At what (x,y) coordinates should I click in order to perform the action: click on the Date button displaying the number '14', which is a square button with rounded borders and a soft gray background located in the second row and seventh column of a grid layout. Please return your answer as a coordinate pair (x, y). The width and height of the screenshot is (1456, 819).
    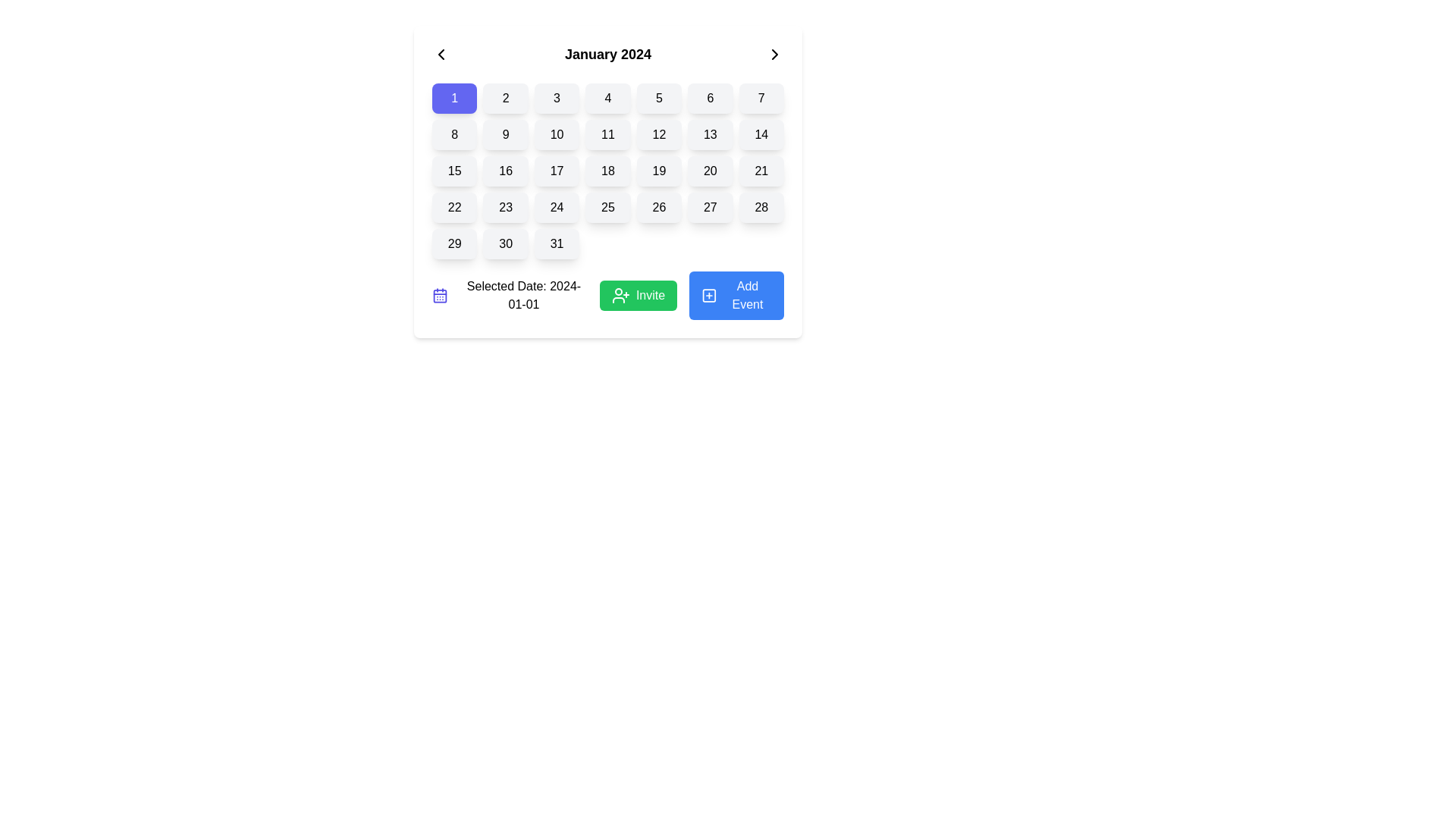
    Looking at the image, I should click on (761, 133).